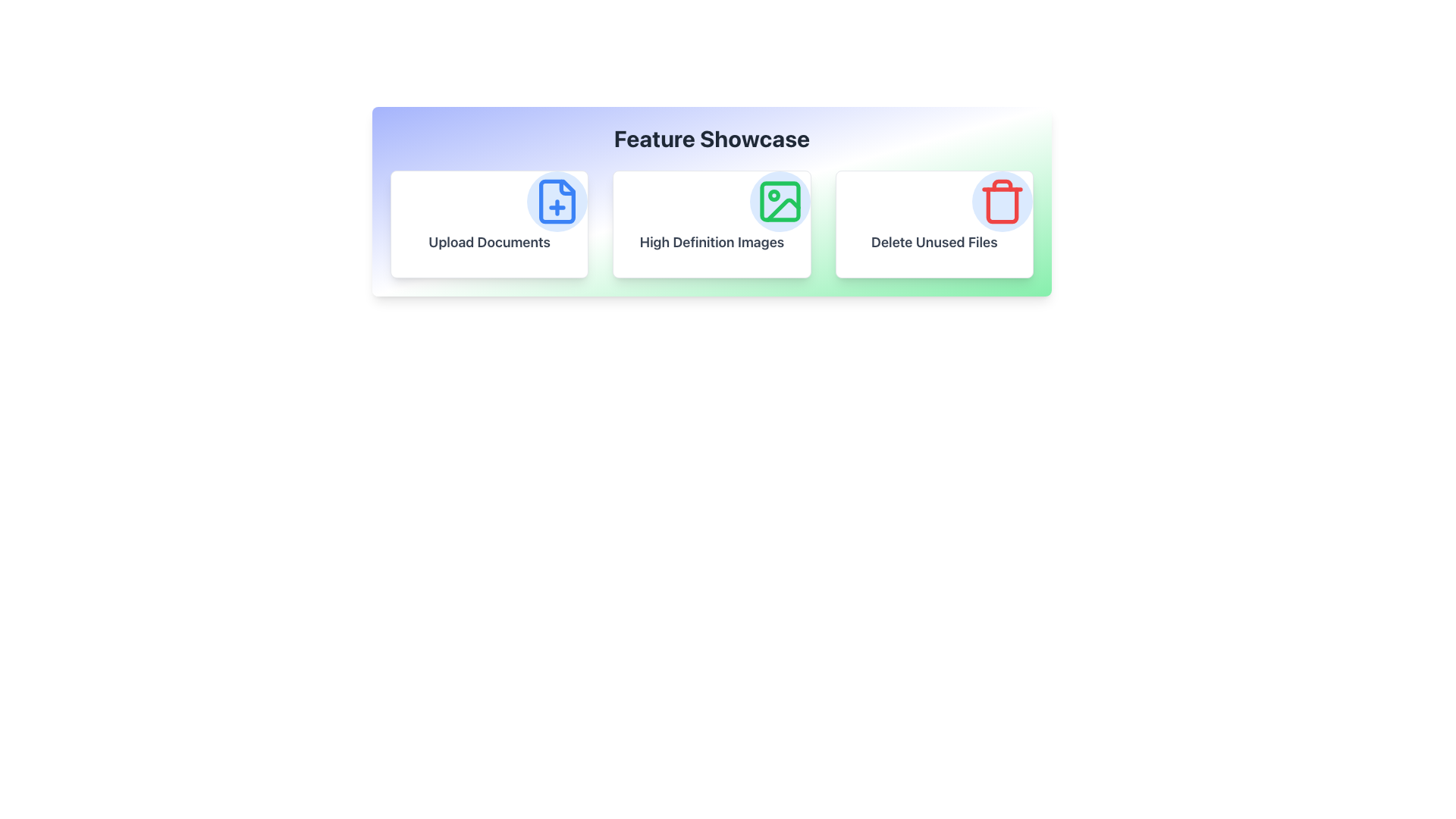 Image resolution: width=1456 pixels, height=819 pixels. I want to click on the document upload icon located in the first card of the 'Feature Showcase' section, positioned above the 'Upload Documents' text, so click(557, 201).